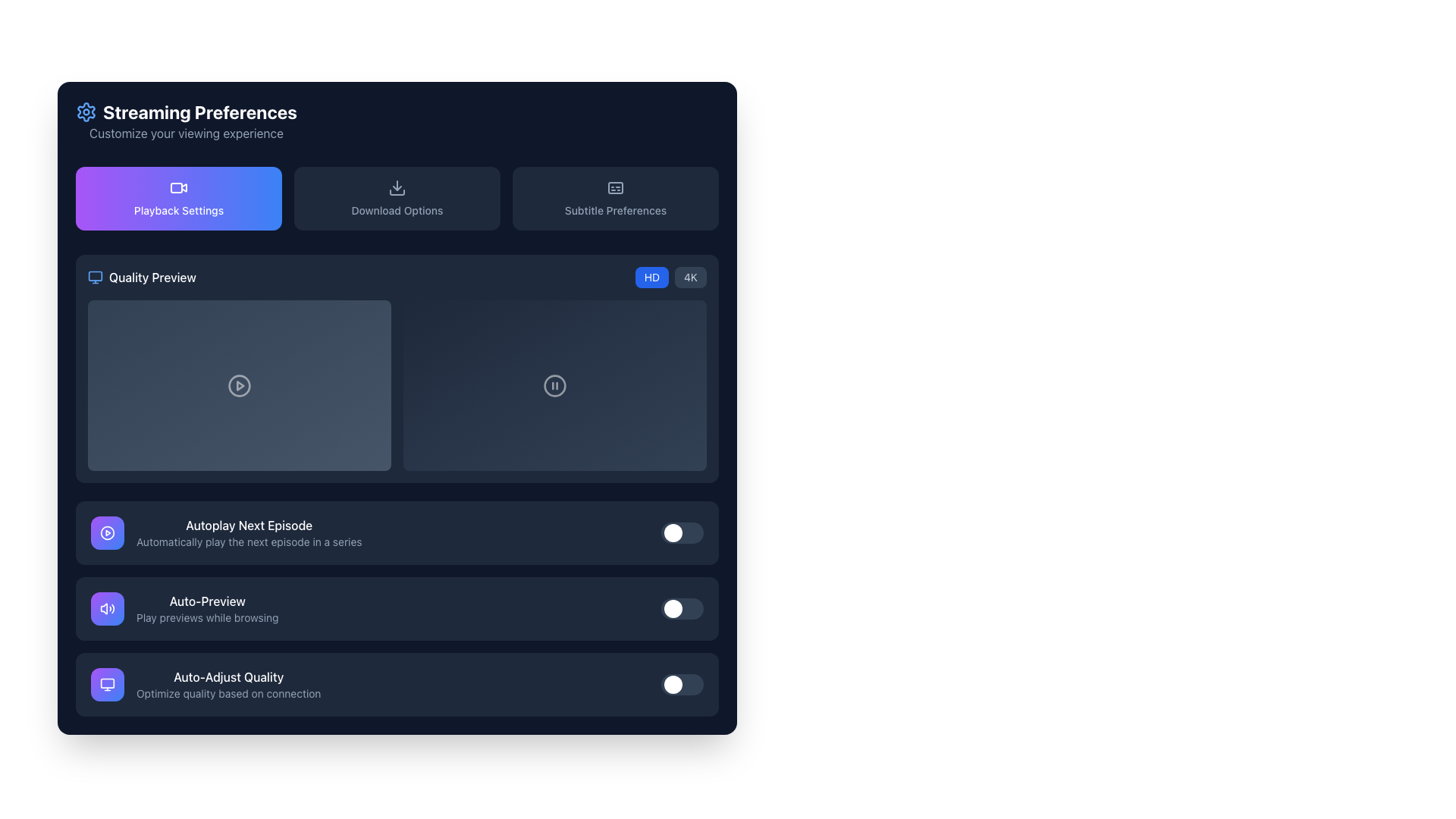 This screenshot has width=1456, height=819. Describe the element at coordinates (397, 684) in the screenshot. I see `the toggle switch located on the far-right edge of the third setting panel in the 'Streaming Preferences' section` at that location.